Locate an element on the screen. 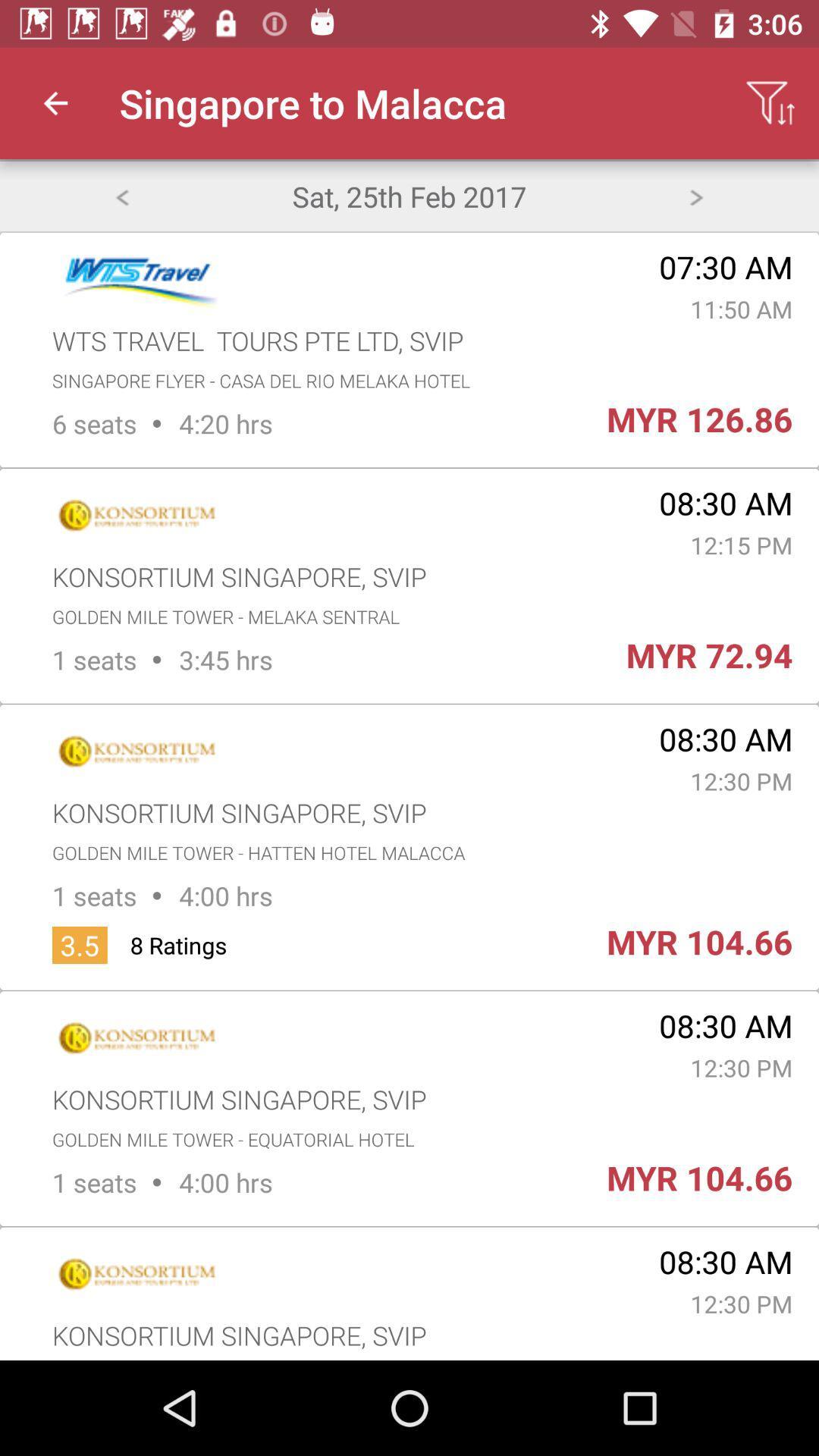 The width and height of the screenshot is (819, 1456). the item next to sat 25th feb item is located at coordinates (696, 195).